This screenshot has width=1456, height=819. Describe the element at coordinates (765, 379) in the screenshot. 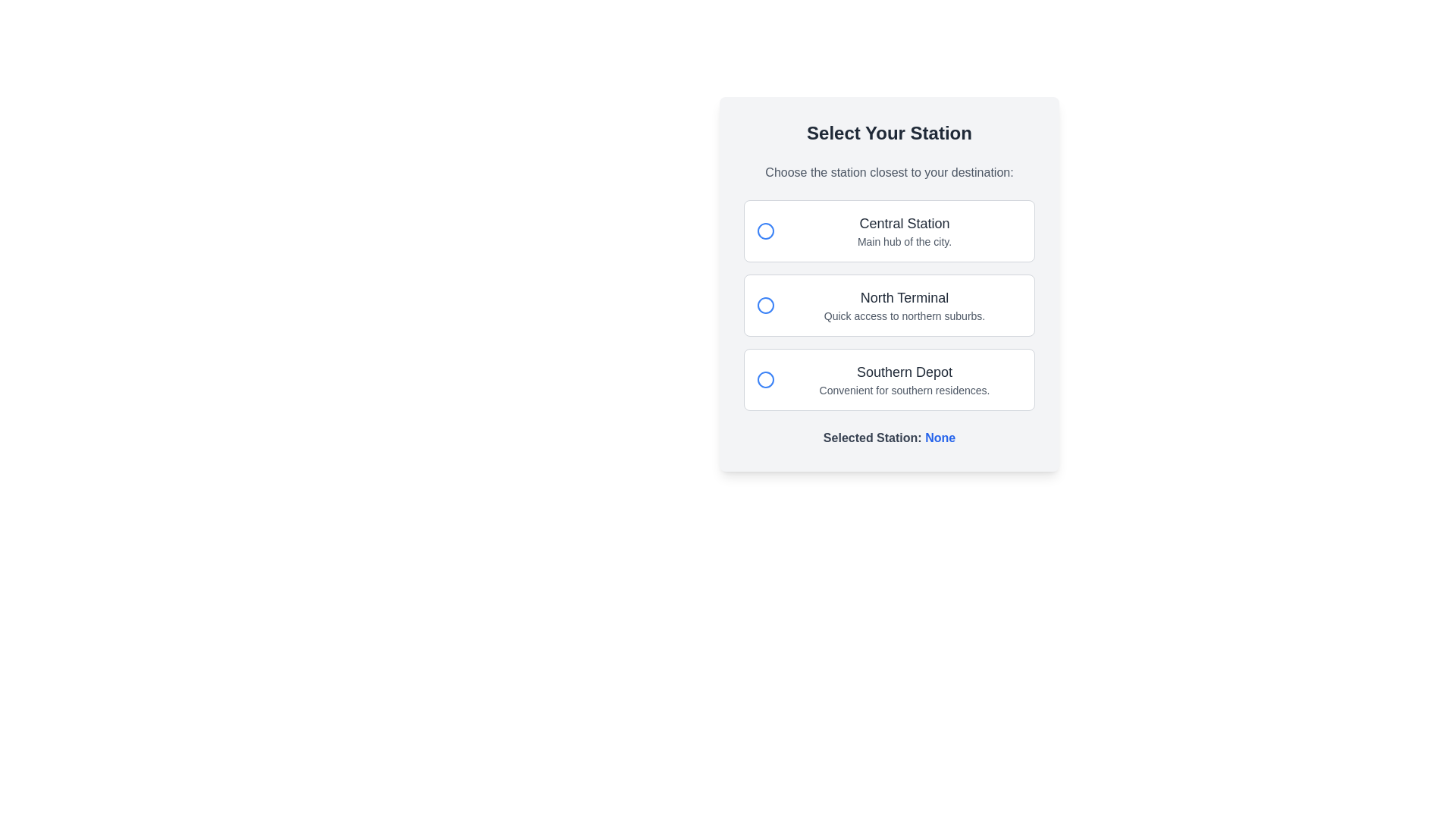

I see `the third circular radio button labeled 'Southern Depot'` at that location.